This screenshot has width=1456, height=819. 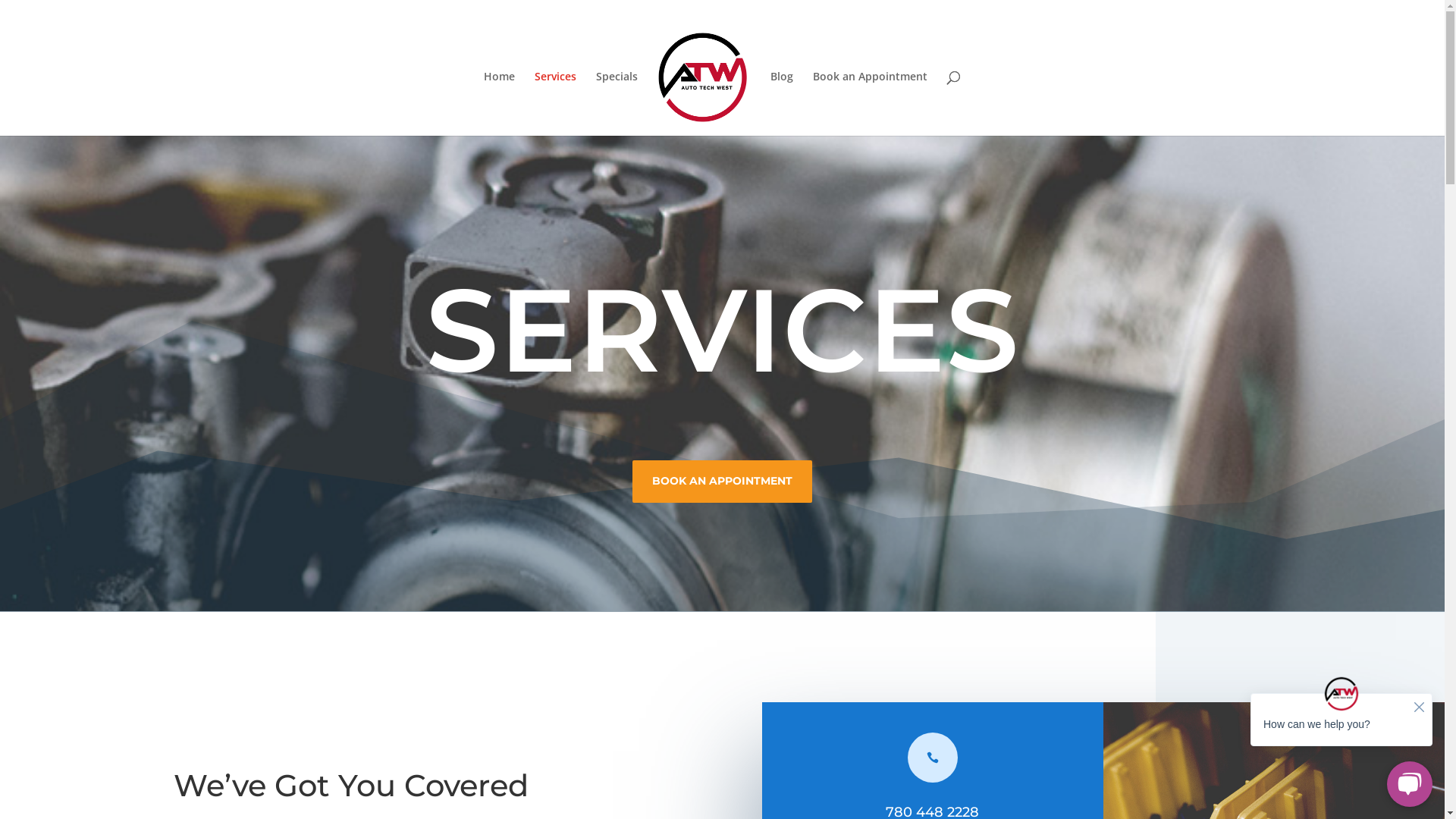 What do you see at coordinates (770, 102) in the screenshot?
I see `'Blog'` at bounding box center [770, 102].